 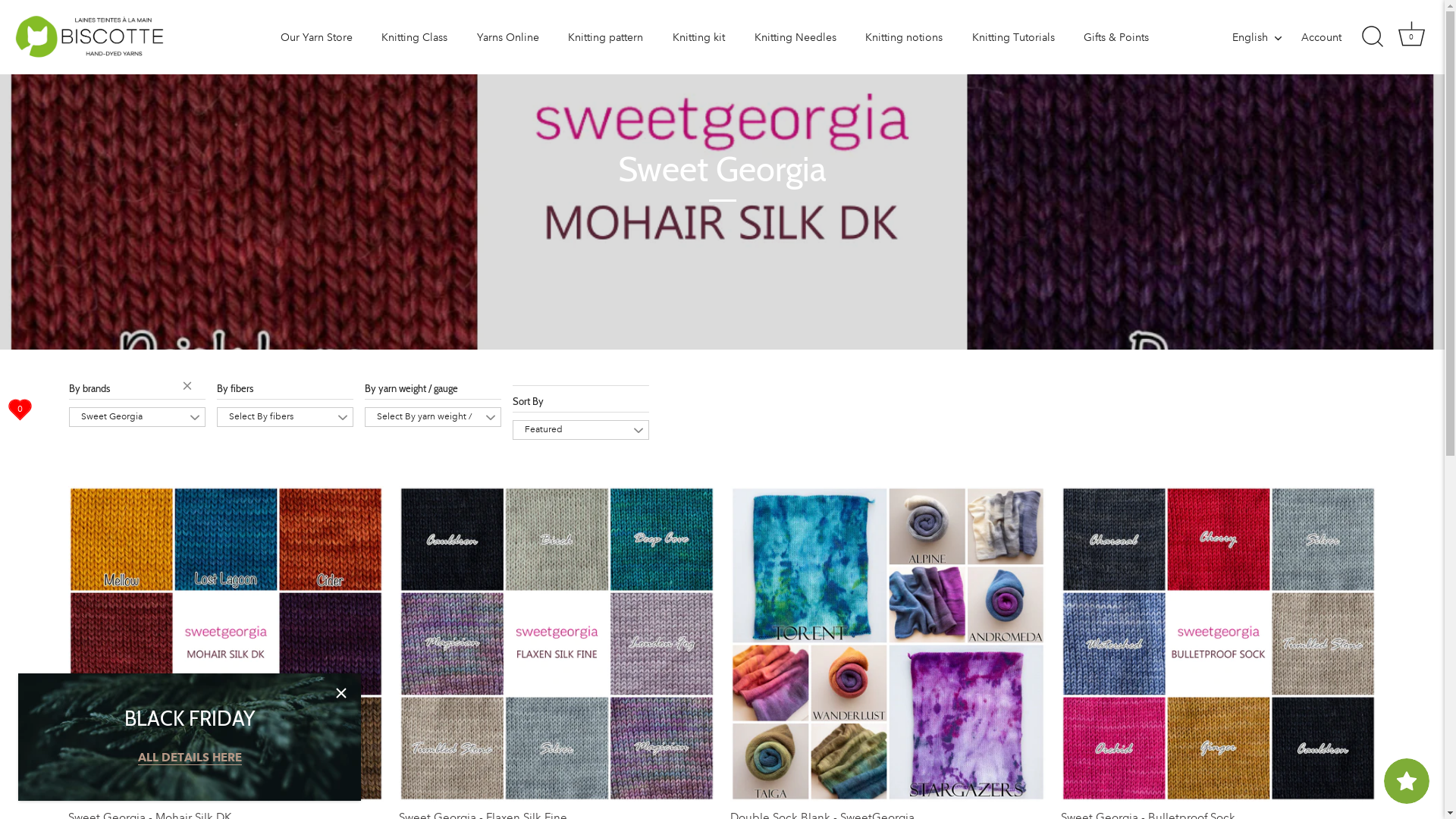 What do you see at coordinates (904, 36) in the screenshot?
I see `'Knitting notions'` at bounding box center [904, 36].